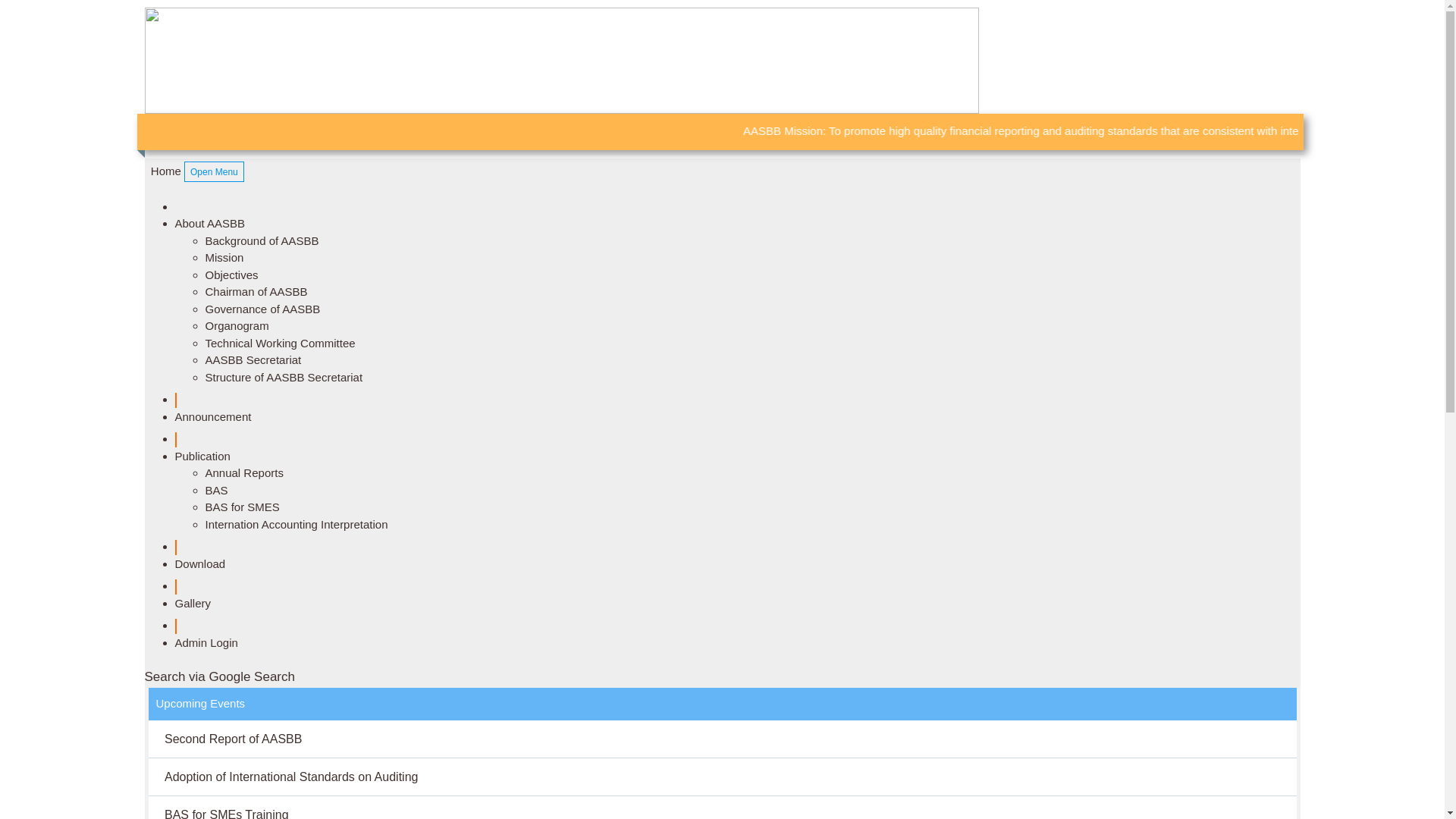  I want to click on 'Organogram', so click(236, 325).